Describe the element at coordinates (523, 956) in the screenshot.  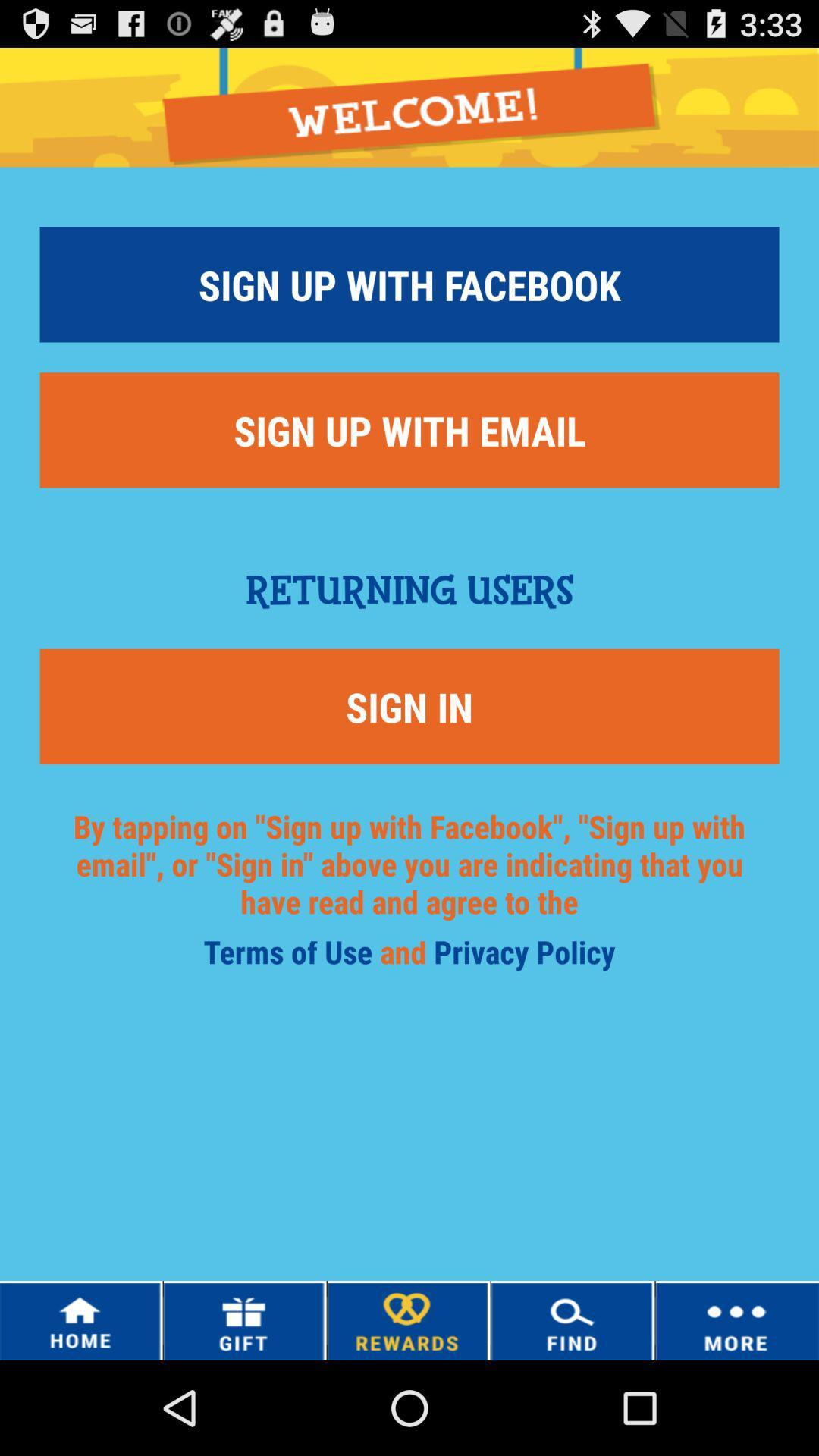
I see `the privacy policy app` at that location.